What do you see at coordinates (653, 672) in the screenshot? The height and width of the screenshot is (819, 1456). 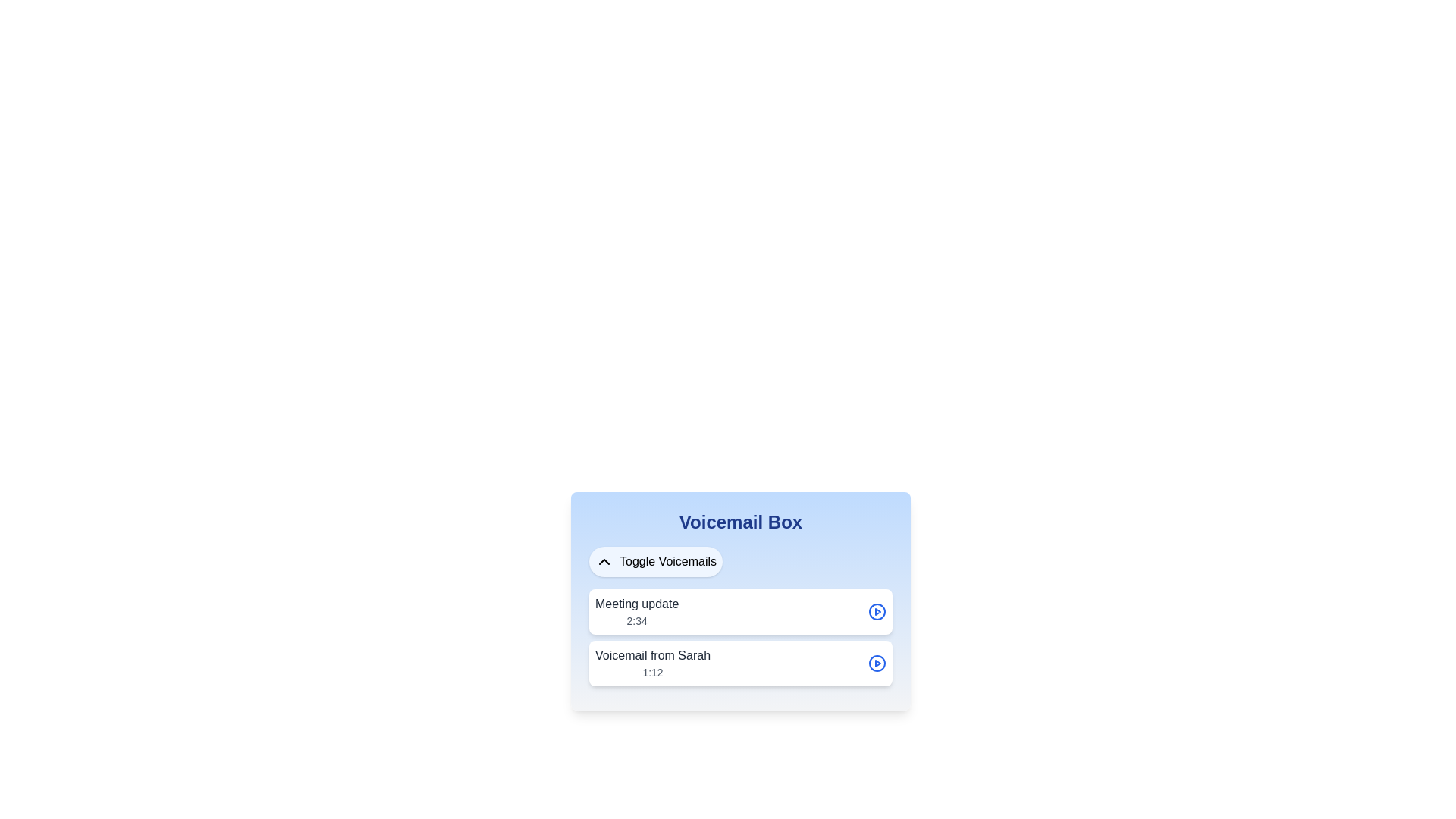 I see `the static text label displaying the time duration '1:12' in gray color, located below the primary text 'Voicemail from Sarah' in the 'Voicemail Box' interface` at bounding box center [653, 672].